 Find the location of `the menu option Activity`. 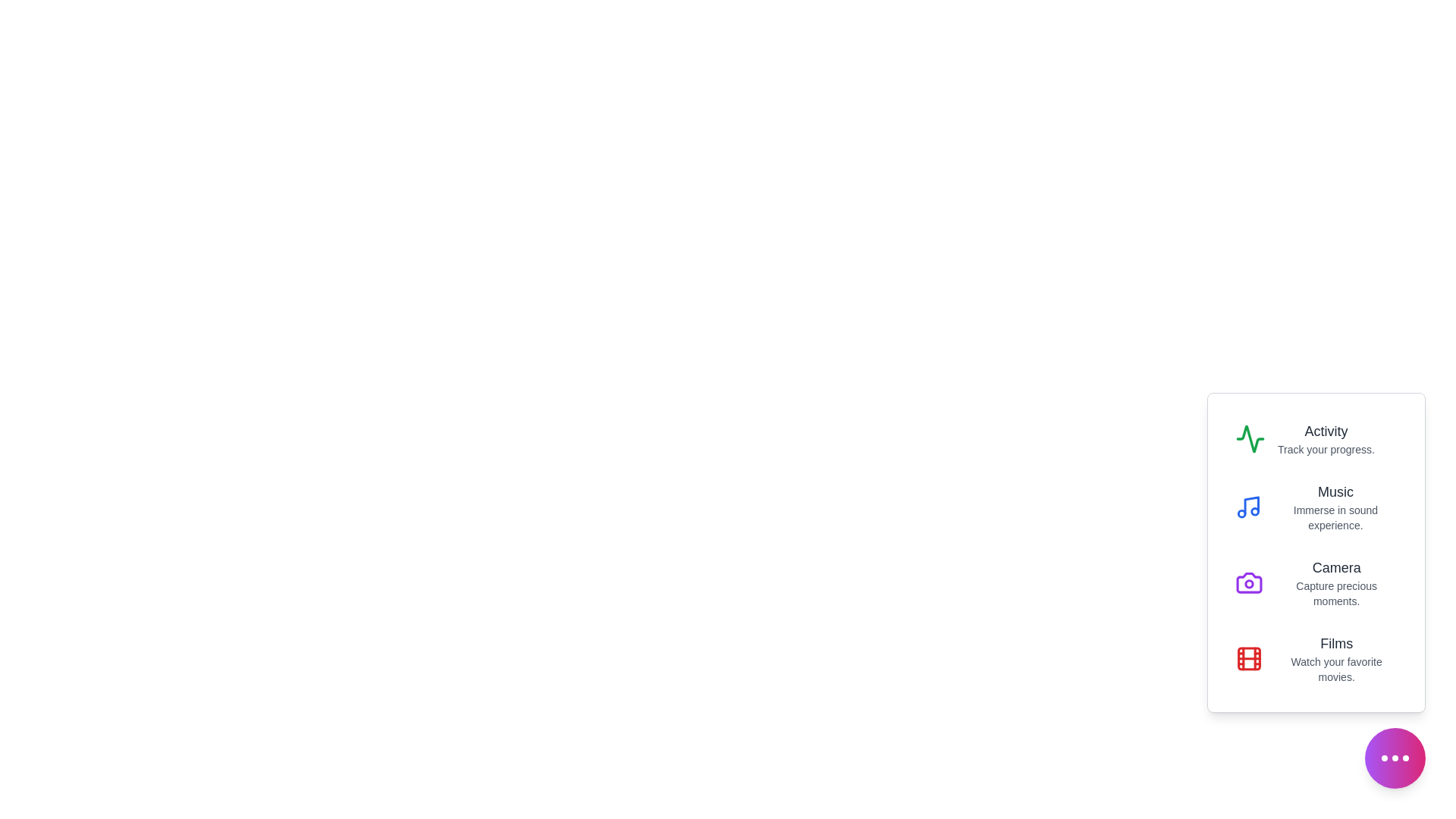

the menu option Activity is located at coordinates (1316, 438).